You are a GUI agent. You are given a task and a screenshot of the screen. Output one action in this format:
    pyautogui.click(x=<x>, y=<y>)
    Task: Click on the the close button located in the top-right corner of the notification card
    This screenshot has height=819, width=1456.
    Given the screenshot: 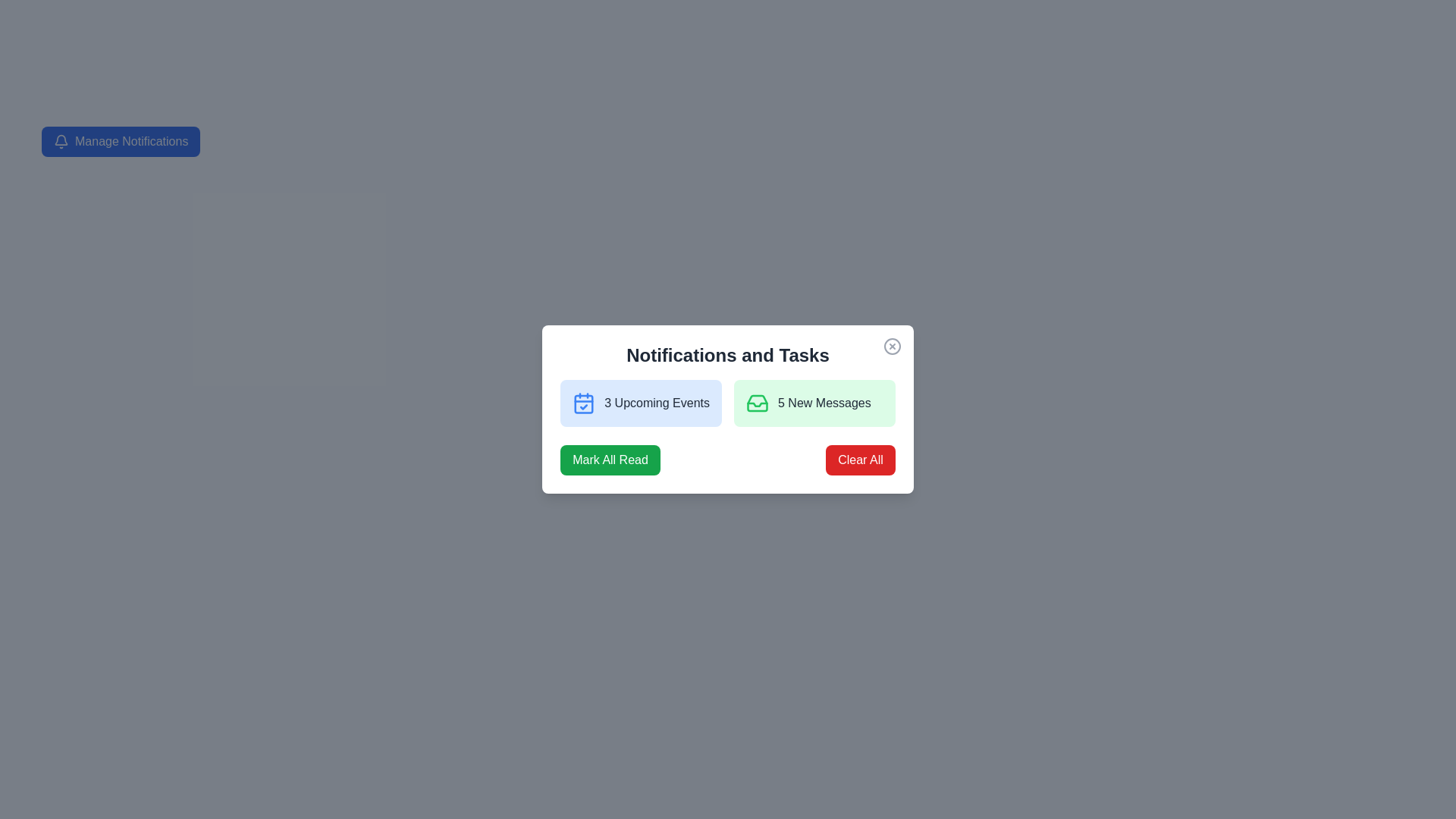 What is the action you would take?
    pyautogui.click(x=892, y=346)
    